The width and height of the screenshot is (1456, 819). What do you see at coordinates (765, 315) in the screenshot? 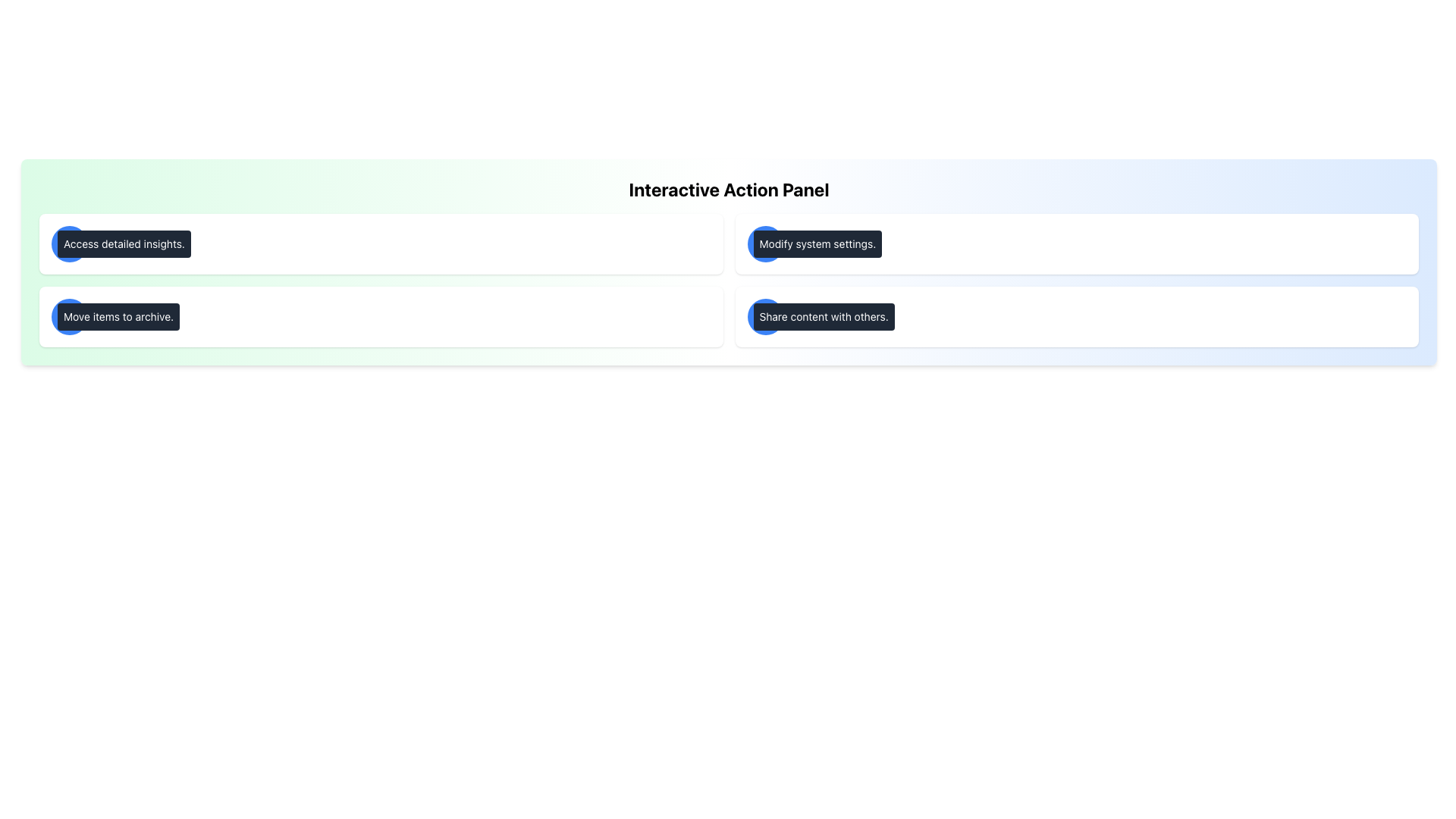
I see `the upward-pointing share icon located in the bottom row, second column of the interactive panel to share content` at bounding box center [765, 315].